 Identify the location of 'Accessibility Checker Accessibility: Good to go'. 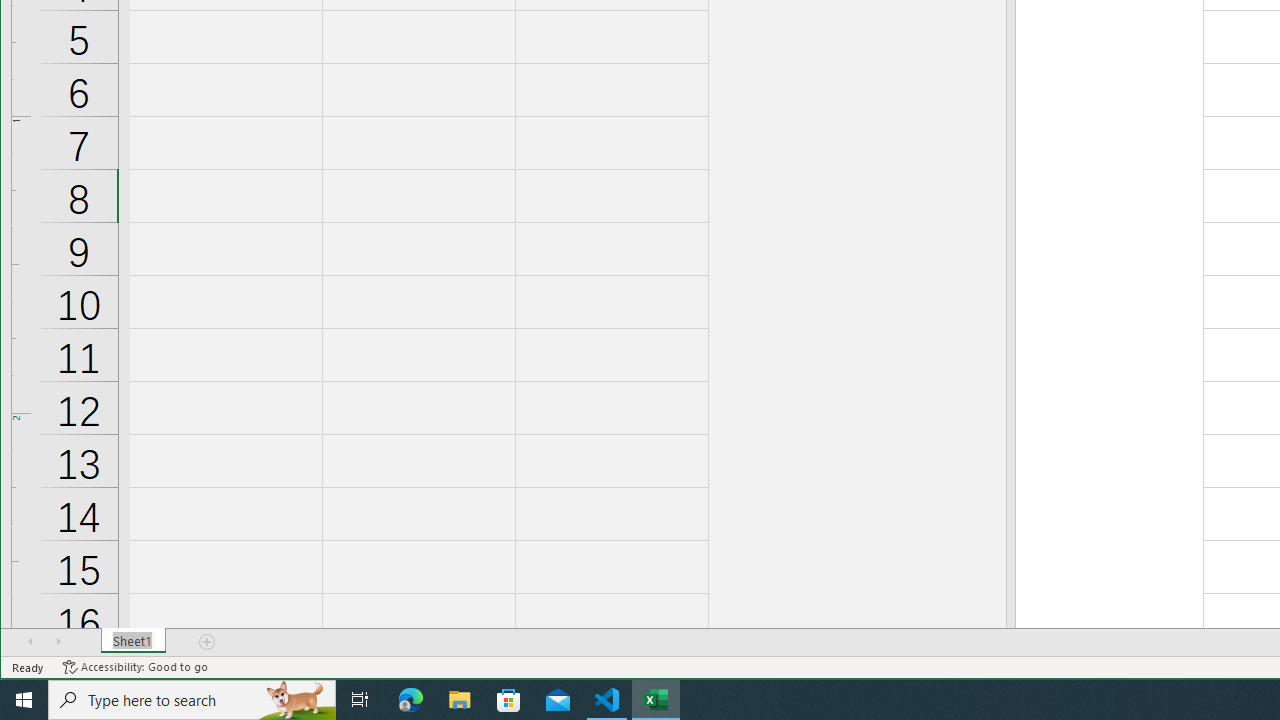
(134, 667).